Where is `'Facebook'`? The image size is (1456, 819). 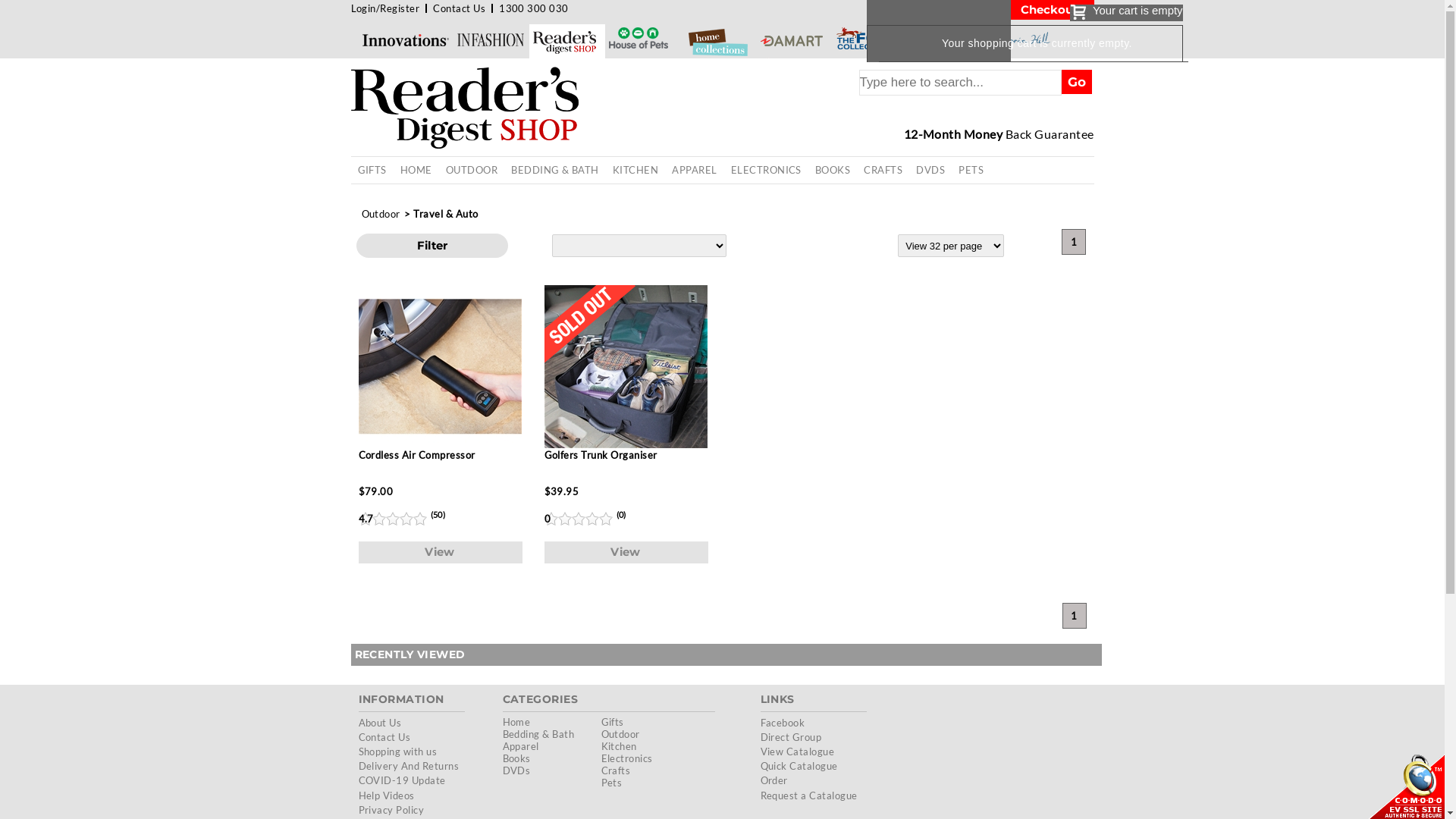
'Facebook' is located at coordinates (760, 721).